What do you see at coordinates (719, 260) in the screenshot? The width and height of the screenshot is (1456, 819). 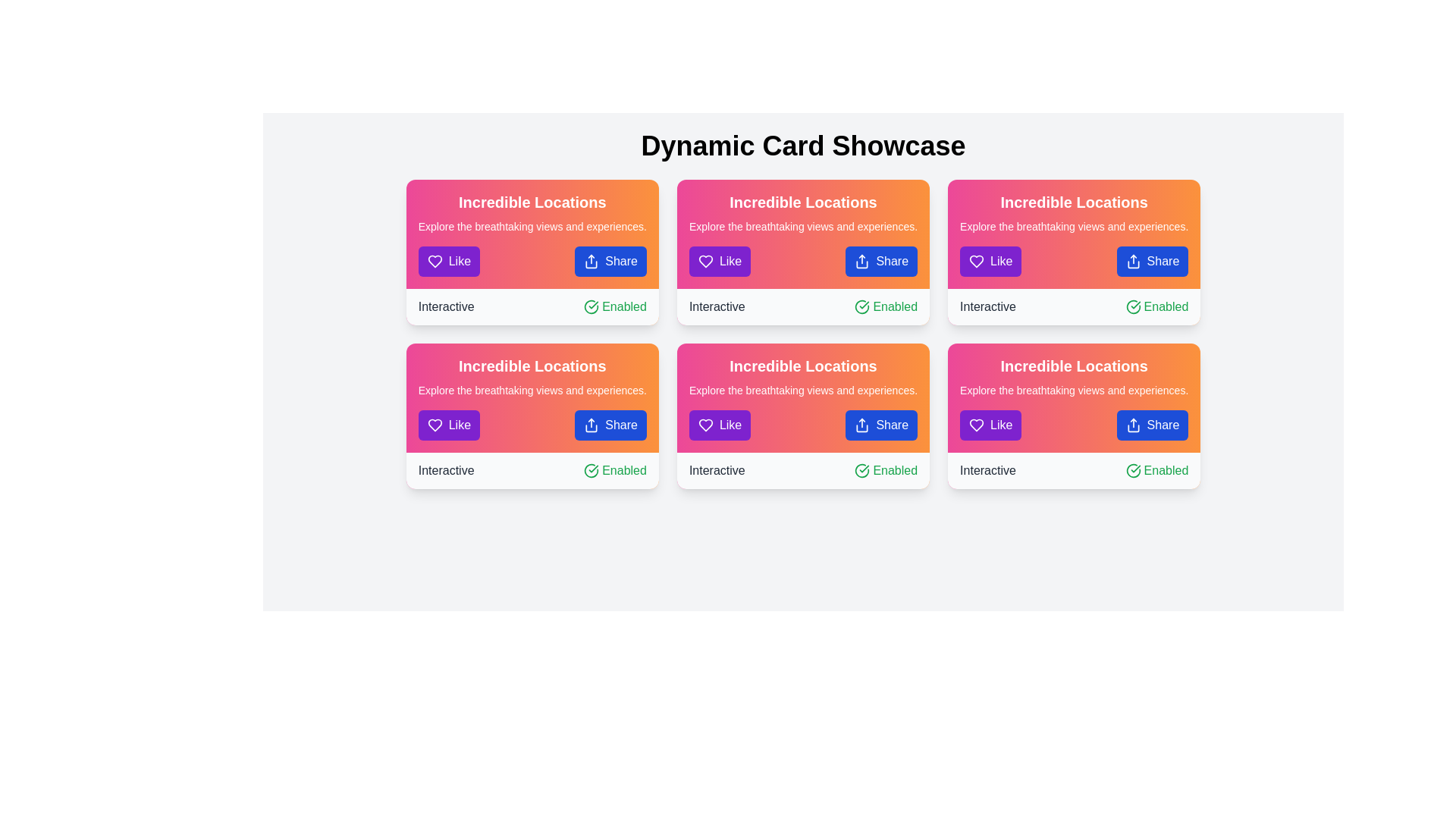 I see `the like button located on the second card in the top row of the layout grid, positioned to the left of the 'Share' button, below the title 'Incredible Locations'` at bounding box center [719, 260].